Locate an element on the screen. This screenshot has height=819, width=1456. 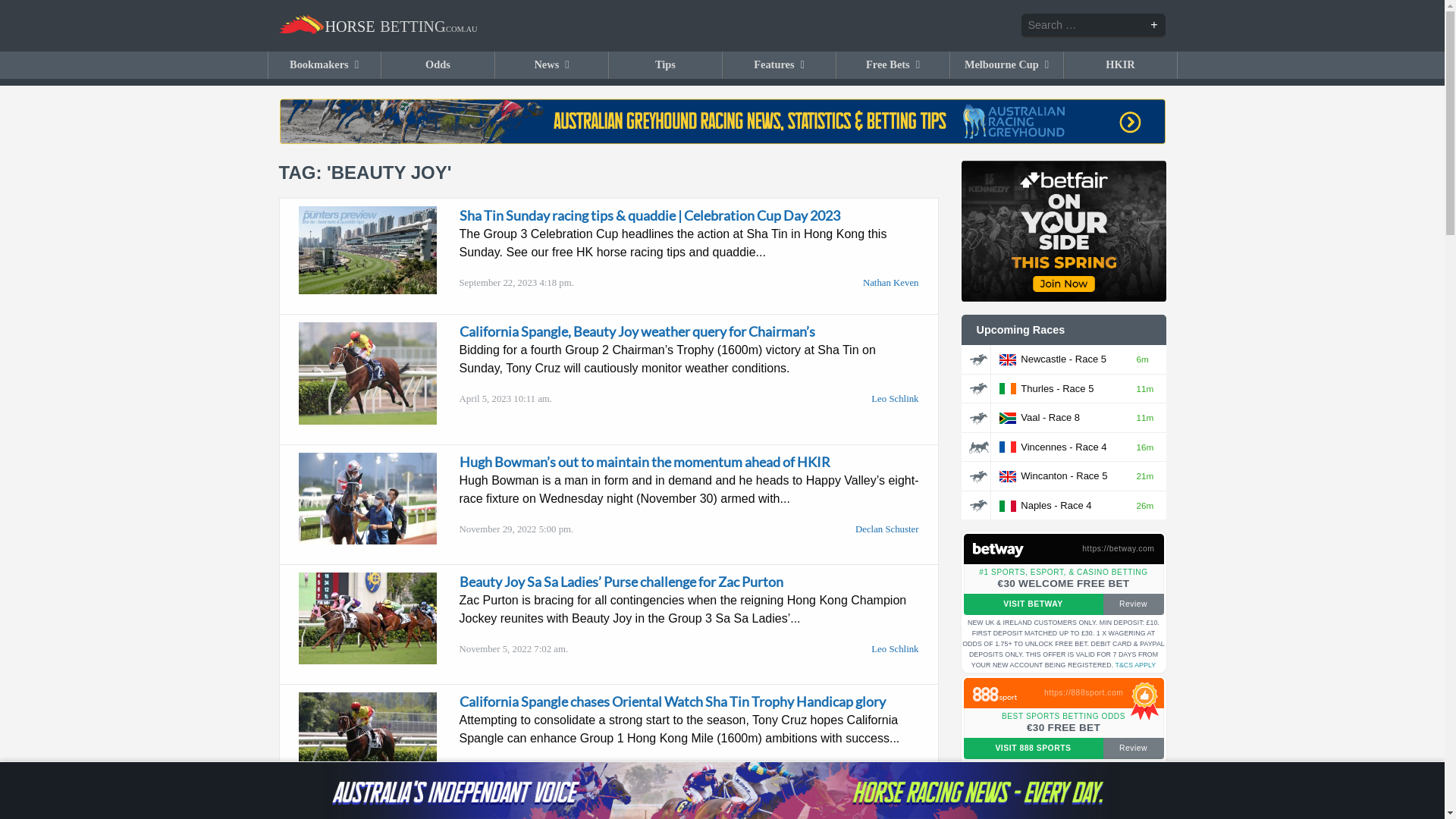
'News' is located at coordinates (495, 64).